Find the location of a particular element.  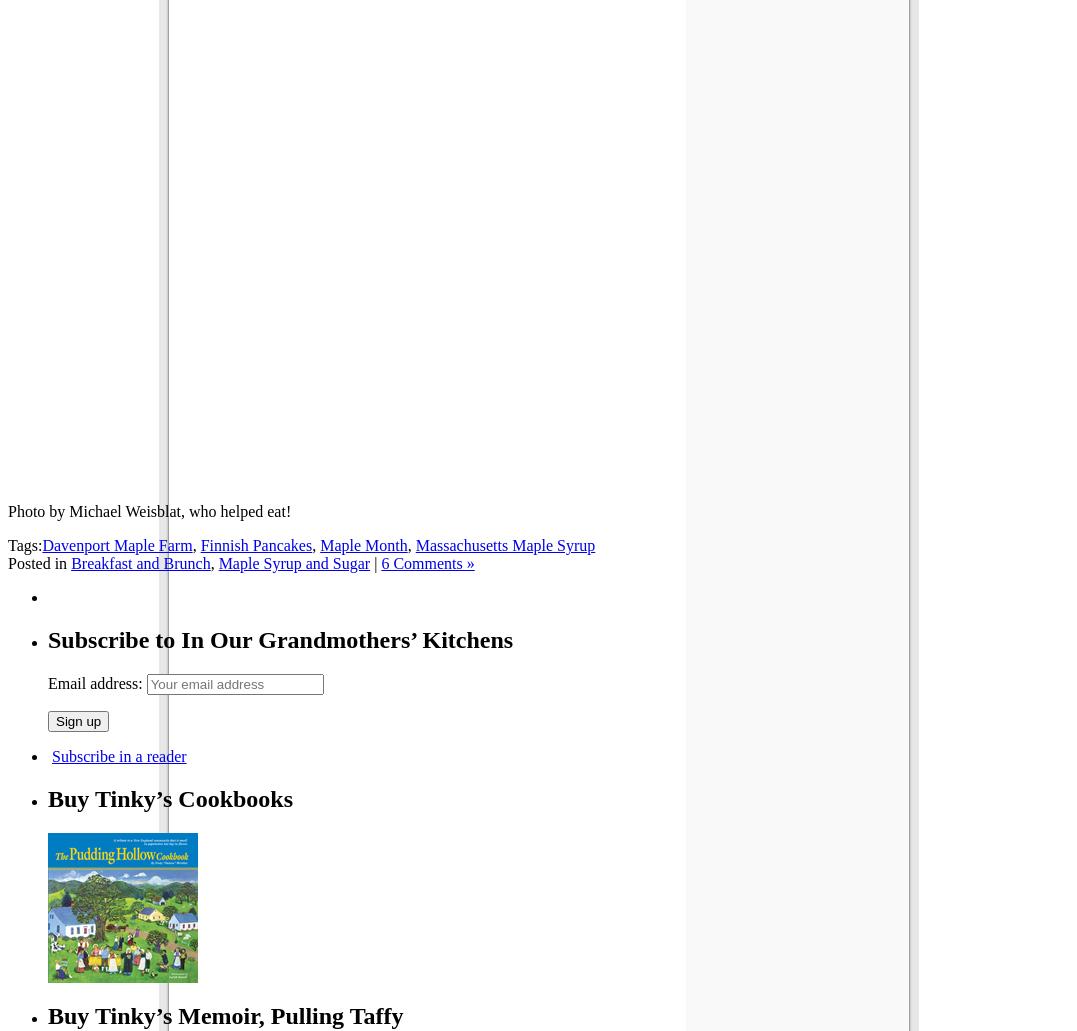

'Posted in' is located at coordinates (38, 562).